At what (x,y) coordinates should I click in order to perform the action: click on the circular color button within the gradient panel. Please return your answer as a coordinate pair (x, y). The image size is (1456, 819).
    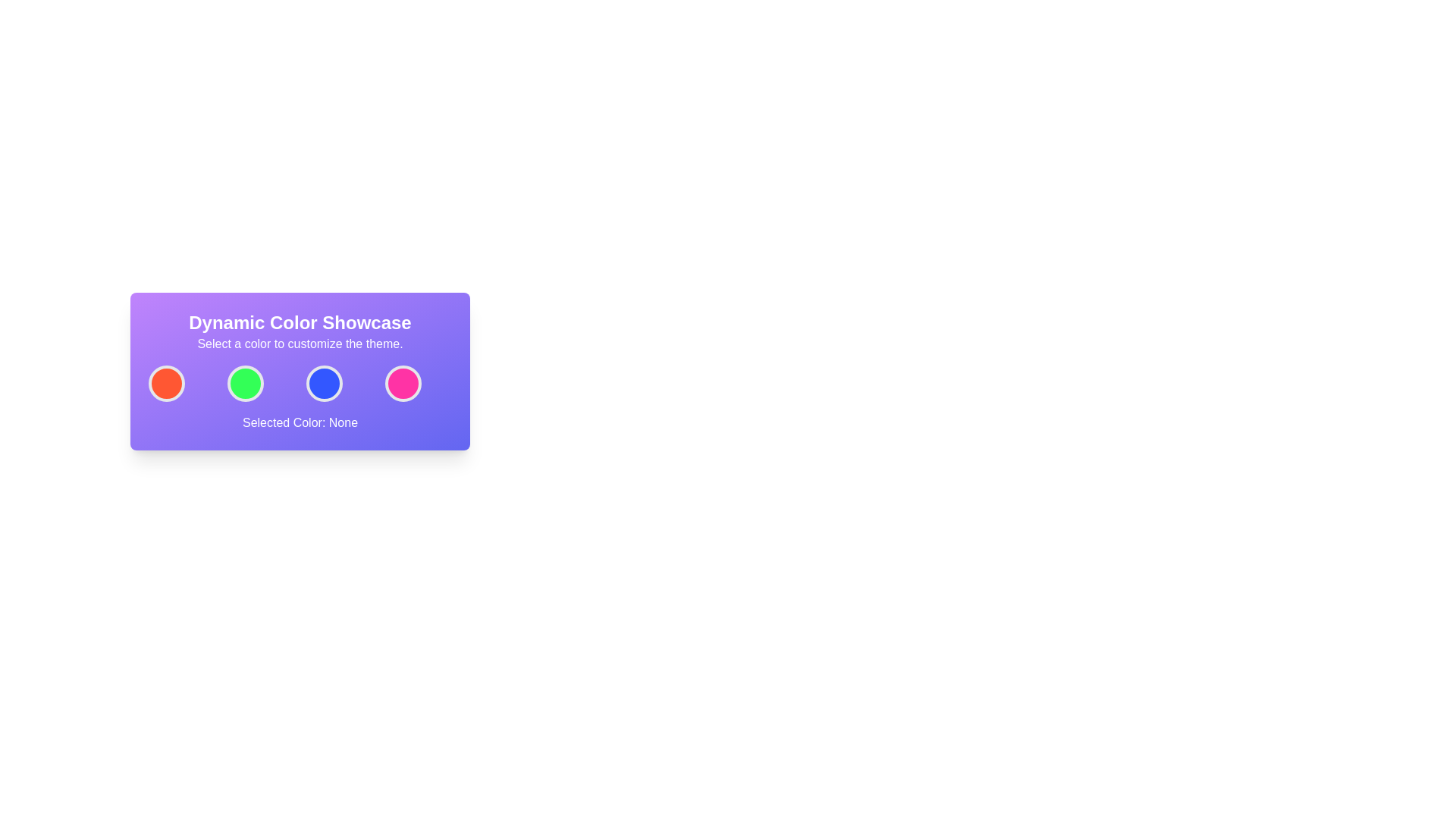
    Looking at the image, I should click on (300, 371).